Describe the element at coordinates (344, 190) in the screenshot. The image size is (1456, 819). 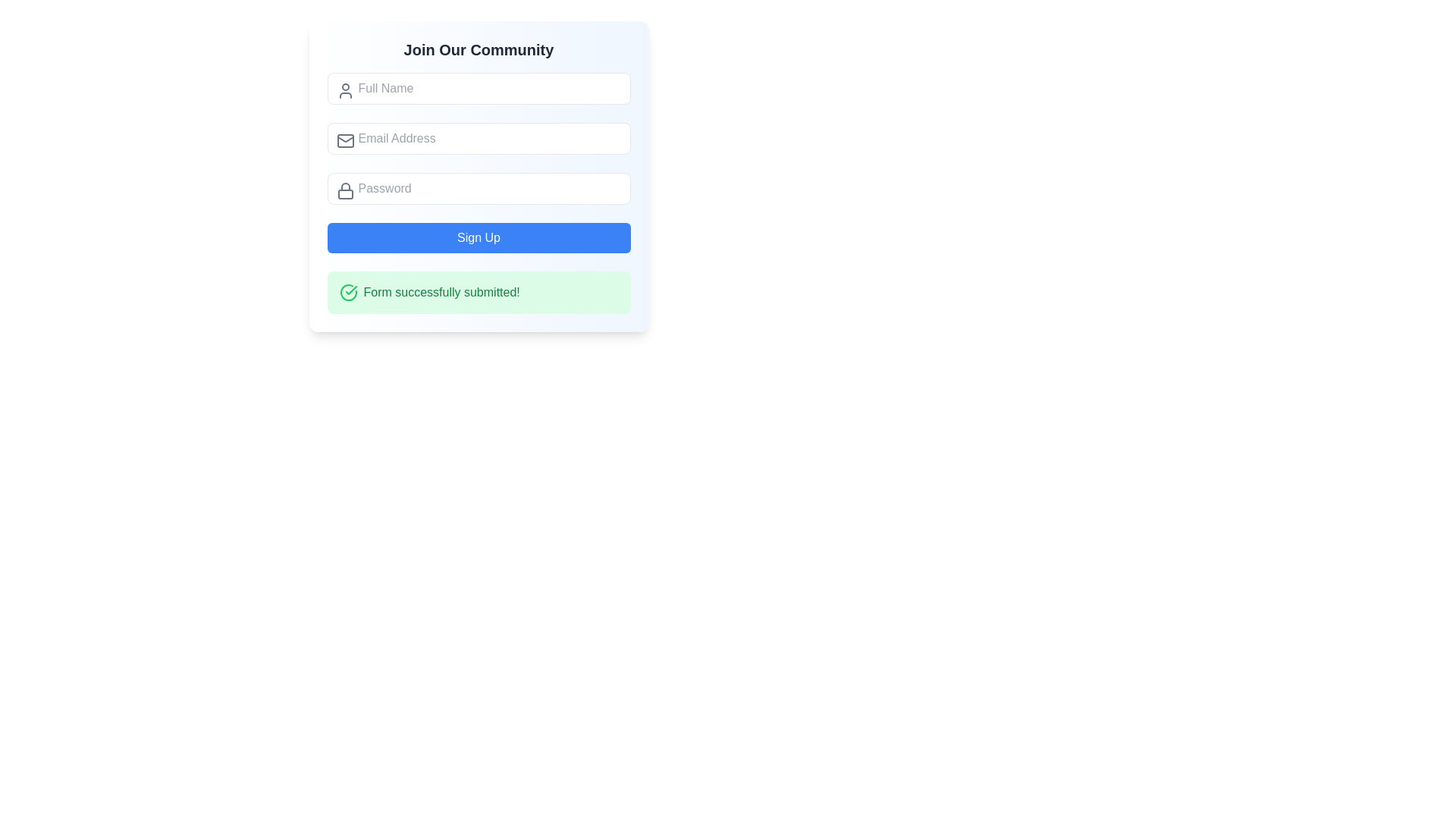
I see `the decorative icon within the password input field, located at the top left corner, to signal its purpose for entering a password` at that location.